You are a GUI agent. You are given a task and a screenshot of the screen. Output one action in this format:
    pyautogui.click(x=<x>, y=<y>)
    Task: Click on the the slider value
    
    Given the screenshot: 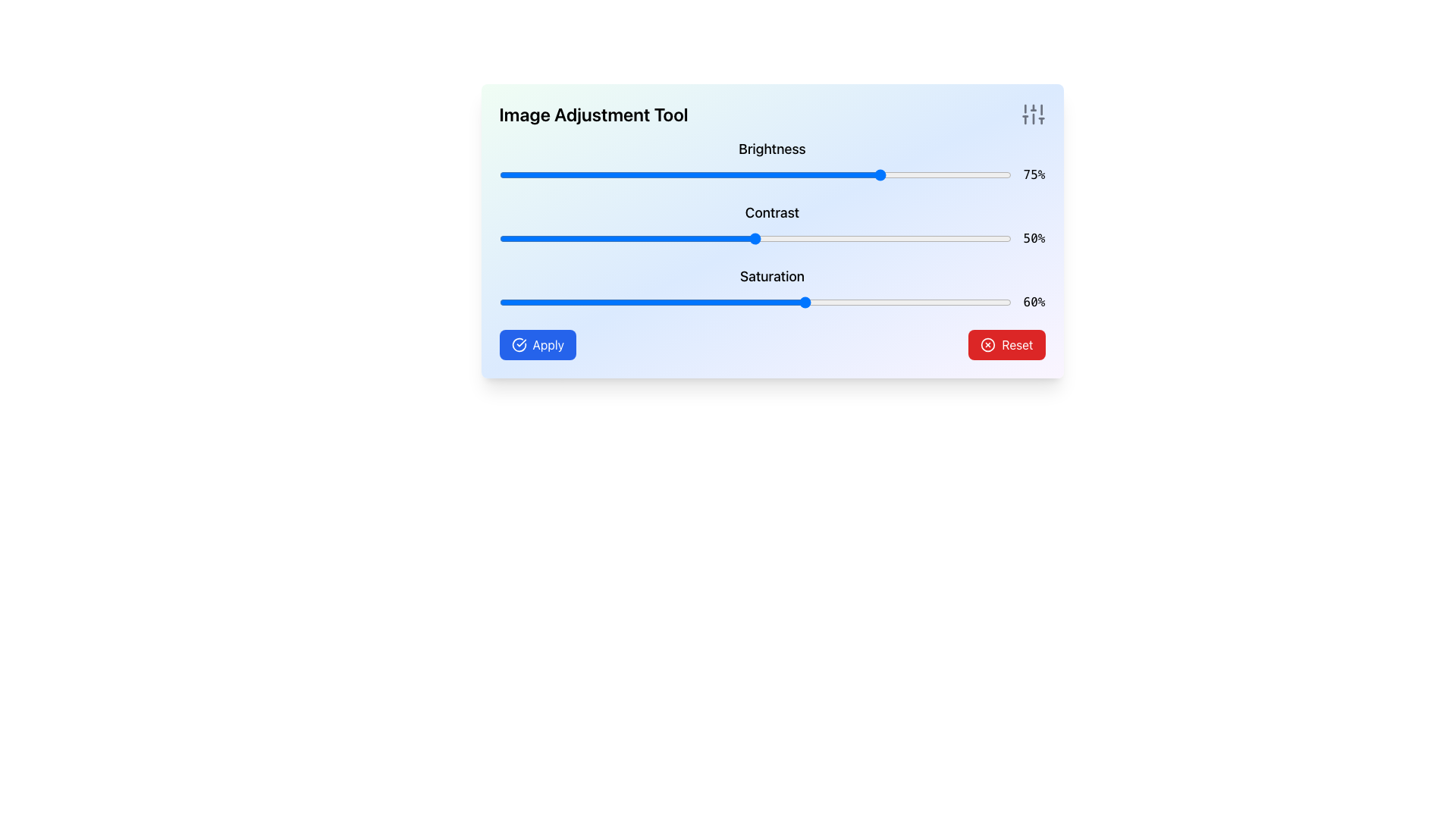 What is the action you would take?
    pyautogui.click(x=535, y=302)
    